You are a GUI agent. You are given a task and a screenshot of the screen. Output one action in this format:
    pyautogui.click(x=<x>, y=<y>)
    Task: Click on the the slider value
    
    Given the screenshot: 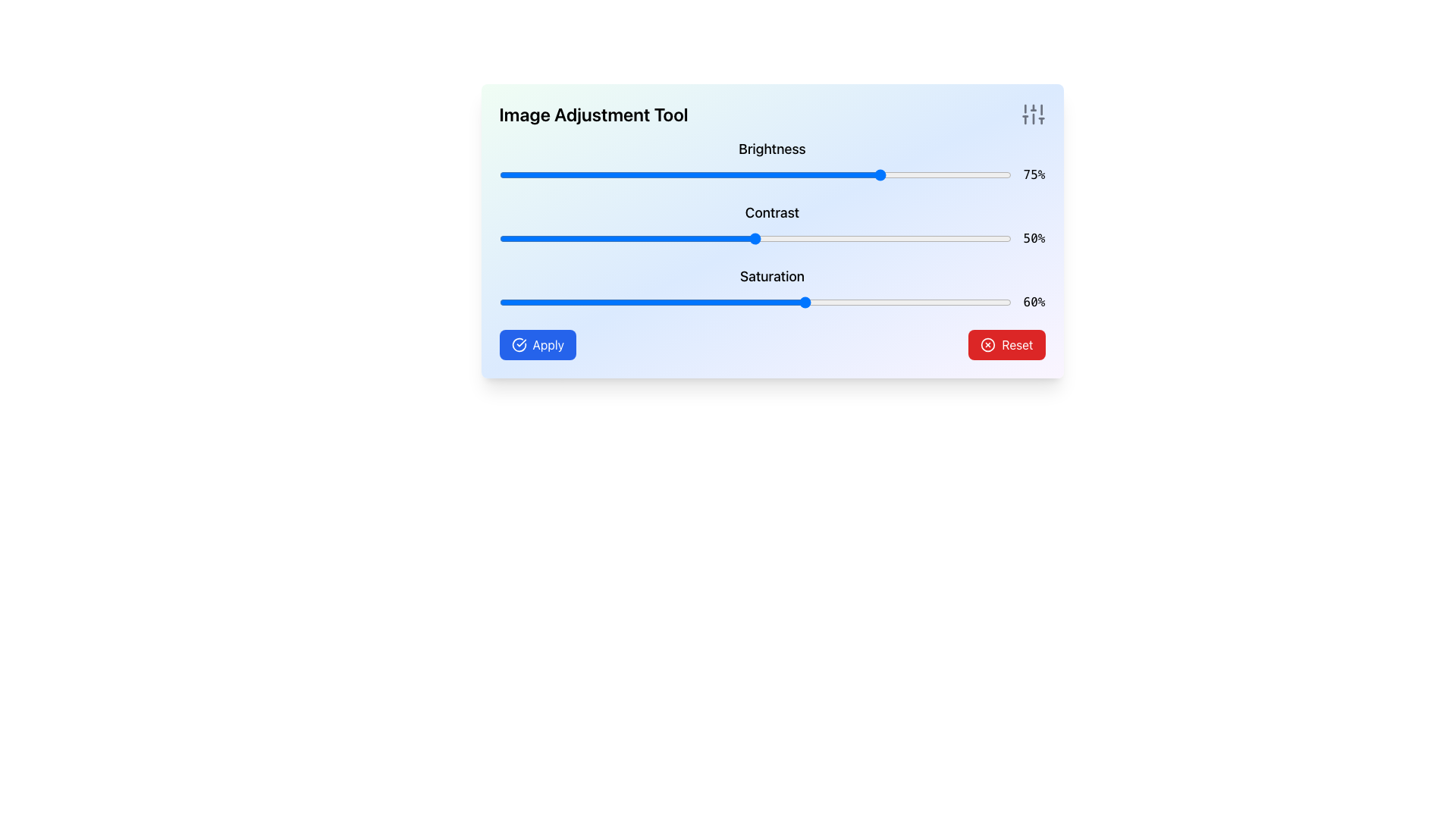 What is the action you would take?
    pyautogui.click(x=535, y=302)
    